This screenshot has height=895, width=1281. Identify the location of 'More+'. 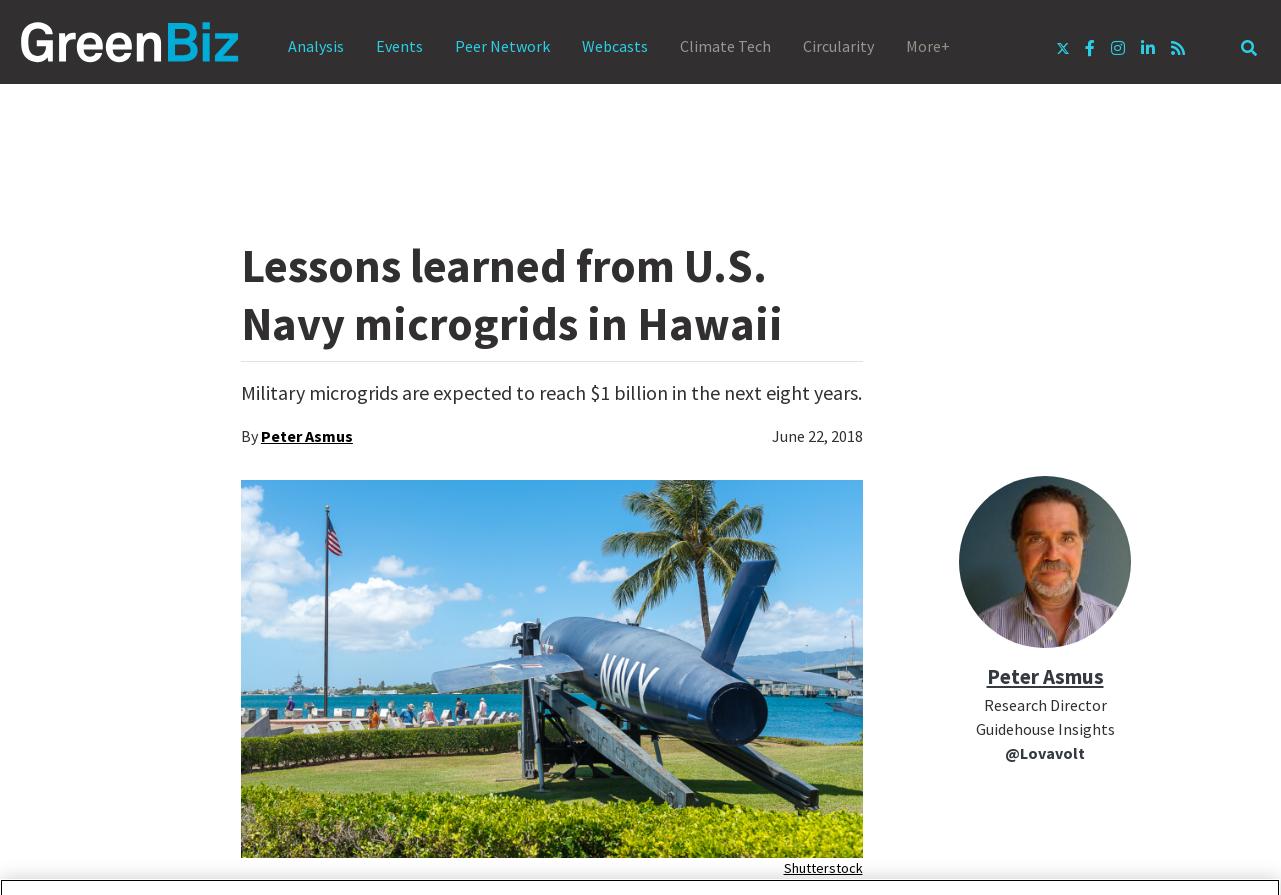
(927, 45).